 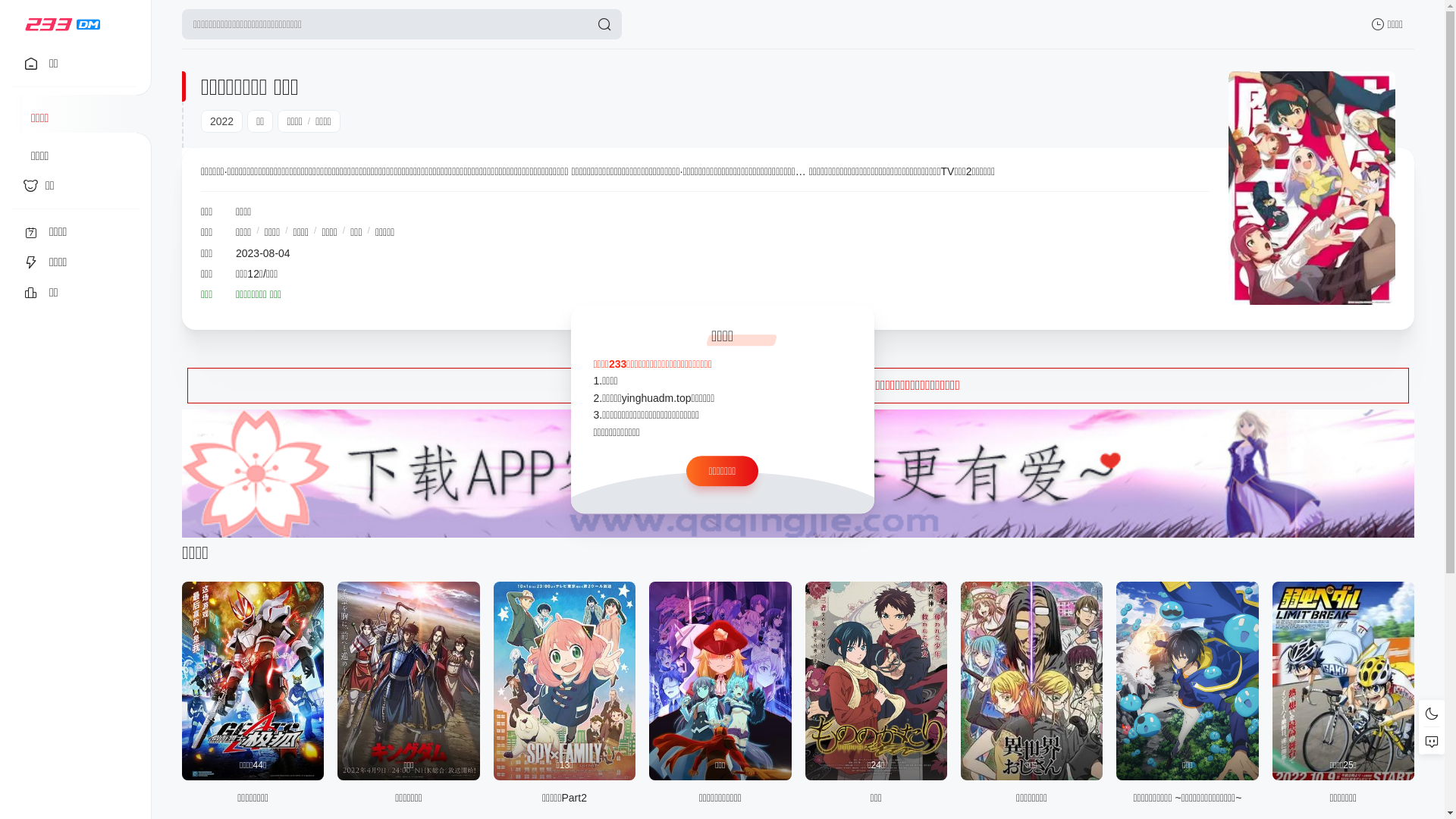 I want to click on '2022', so click(x=221, y=120).